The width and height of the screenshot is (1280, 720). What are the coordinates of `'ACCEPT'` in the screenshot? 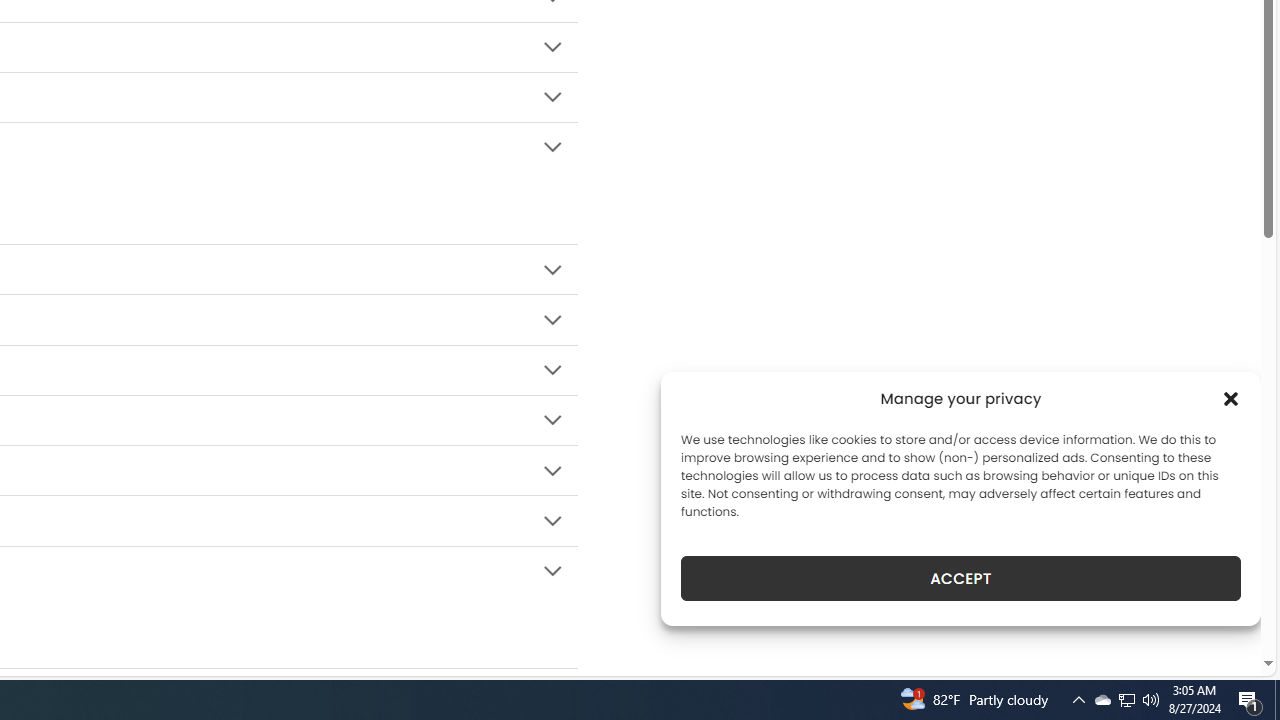 It's located at (961, 578).